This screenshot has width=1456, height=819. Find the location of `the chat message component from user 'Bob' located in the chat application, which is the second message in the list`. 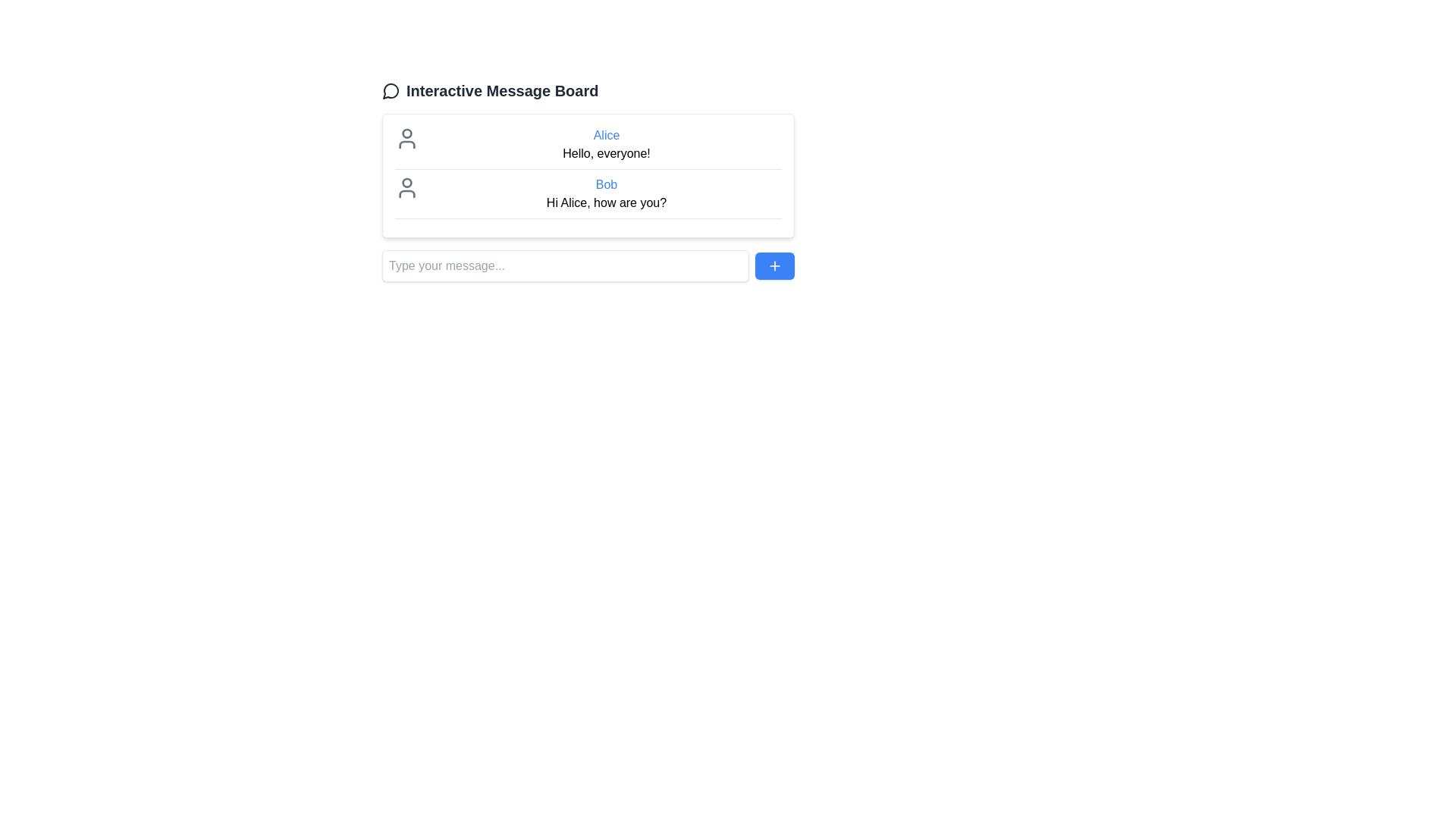

the chat message component from user 'Bob' located in the chat application, which is the second message in the list is located at coordinates (588, 196).